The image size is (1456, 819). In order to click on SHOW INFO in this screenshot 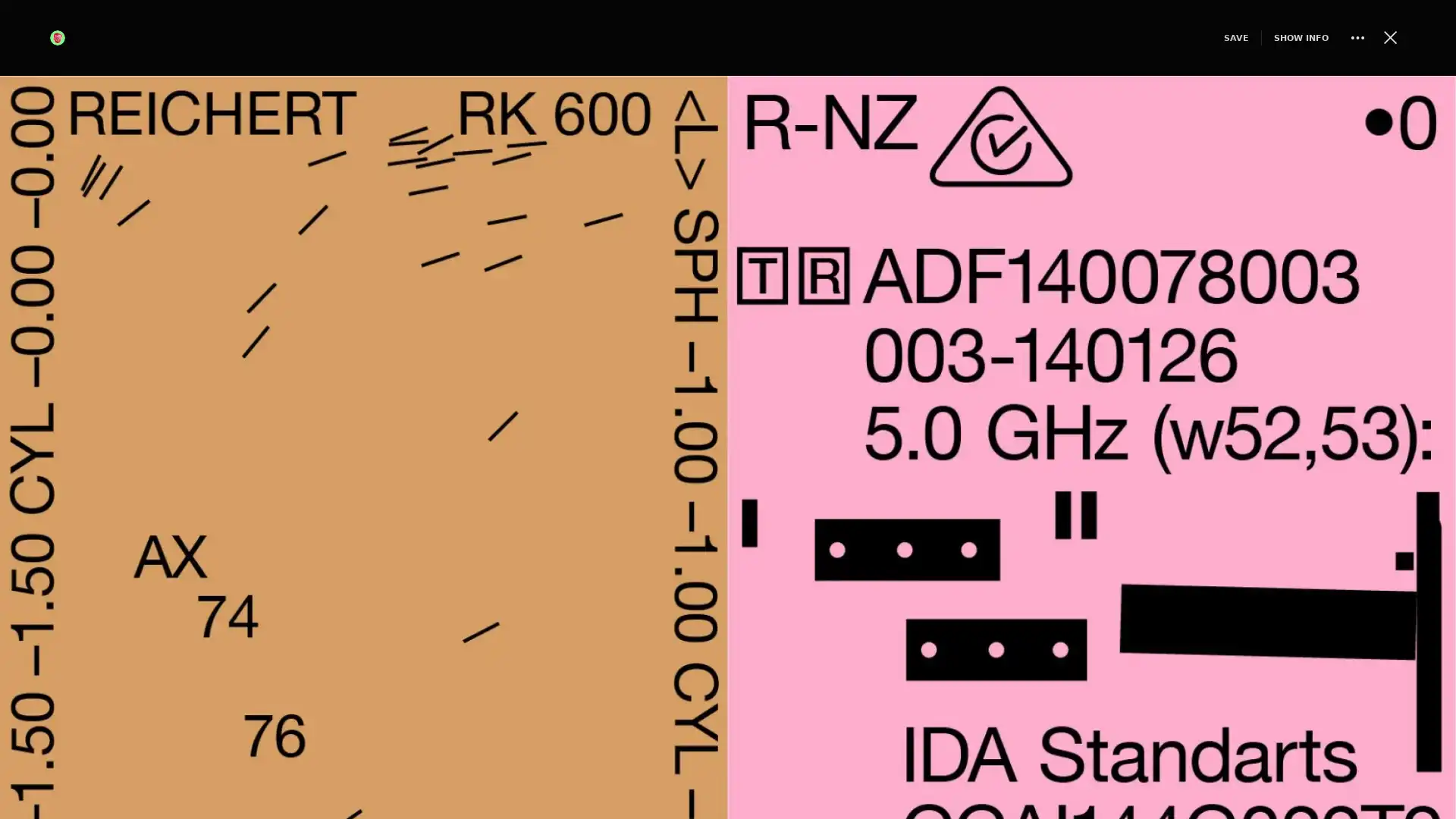, I will do `click(1274, 36)`.